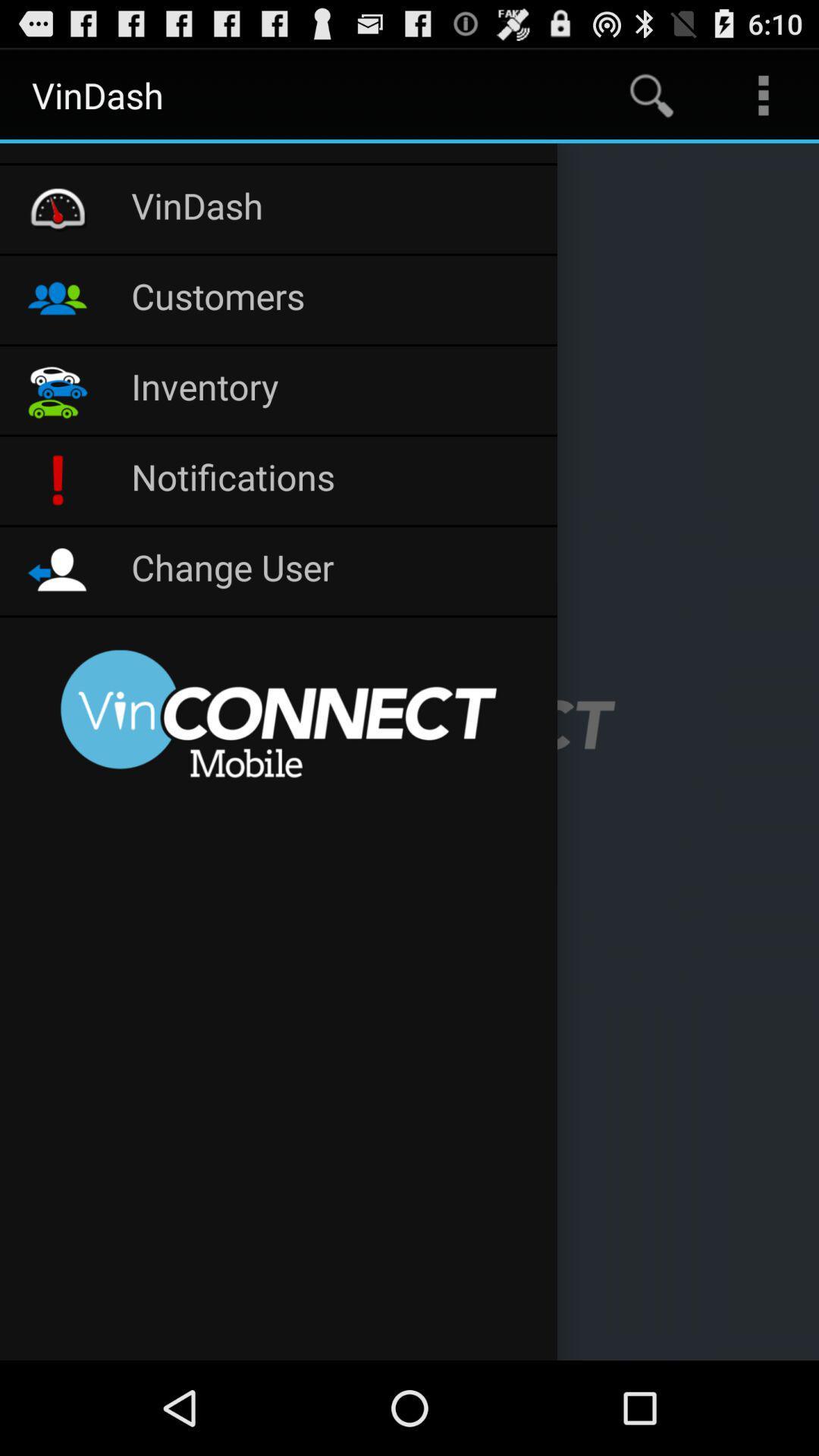  Describe the element at coordinates (278, 153) in the screenshot. I see `the icon below vindash app` at that location.